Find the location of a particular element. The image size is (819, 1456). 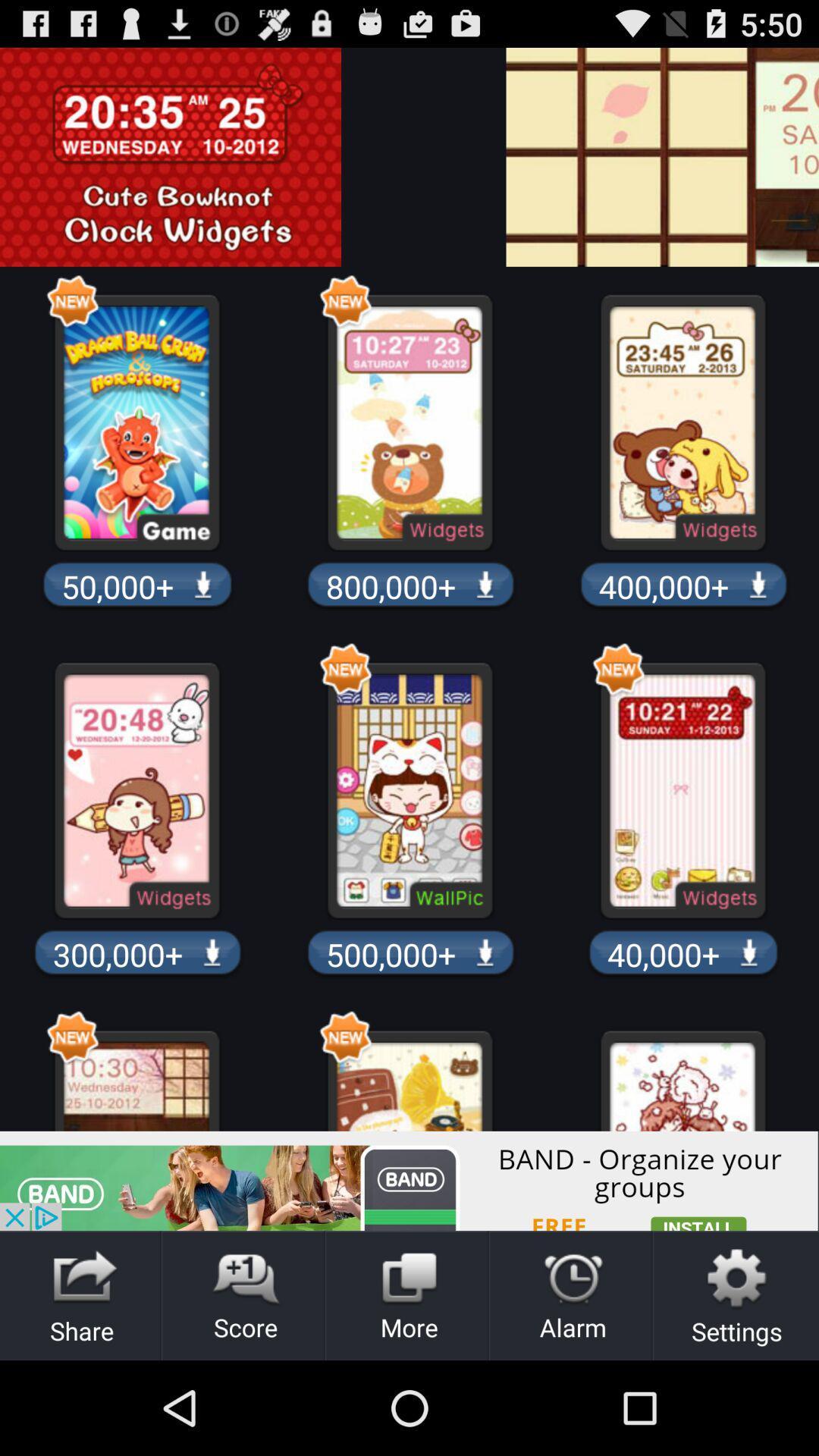

advertisement is located at coordinates (409, 1180).